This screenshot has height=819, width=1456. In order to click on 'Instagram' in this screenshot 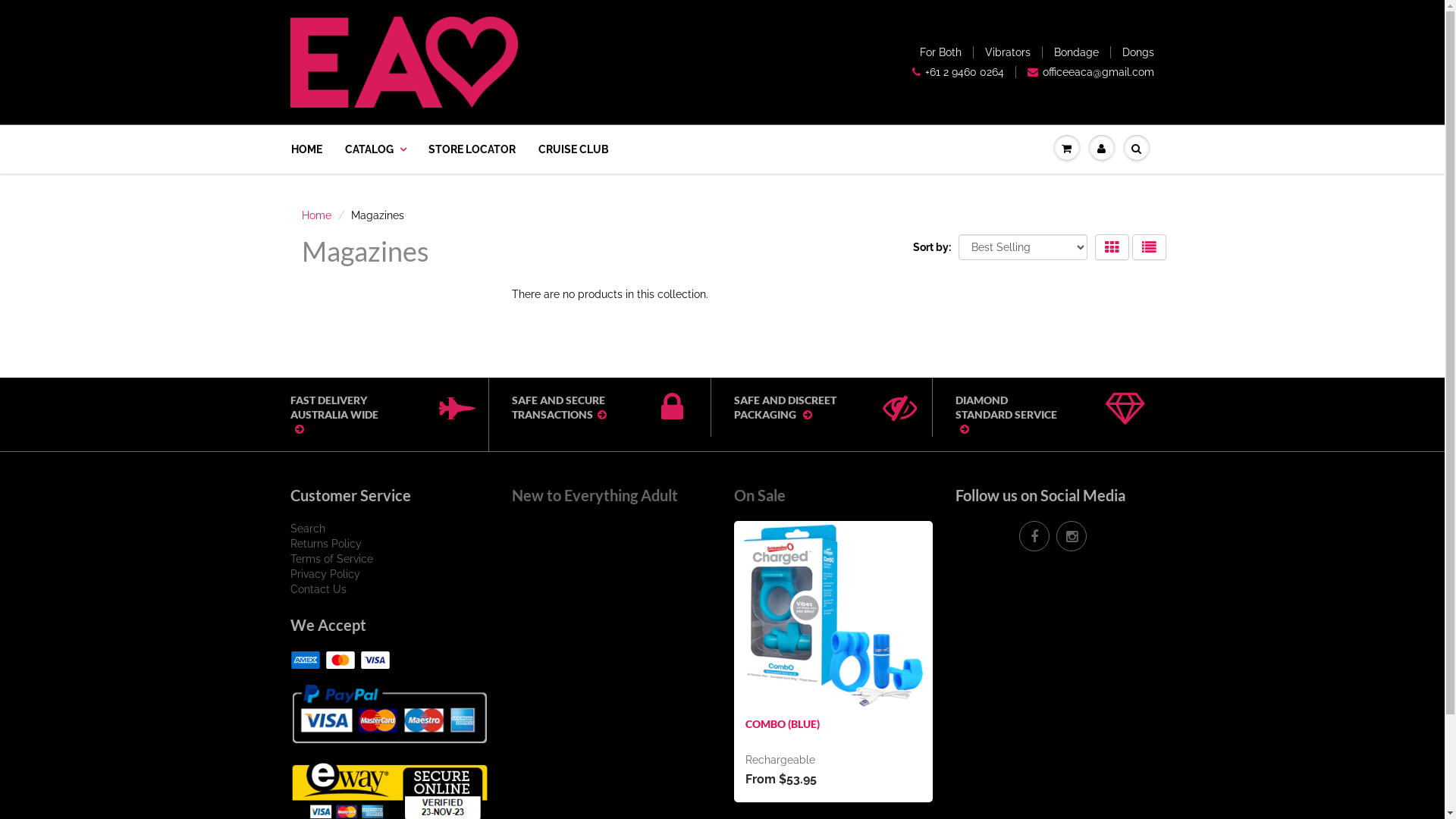, I will do `click(1070, 535)`.